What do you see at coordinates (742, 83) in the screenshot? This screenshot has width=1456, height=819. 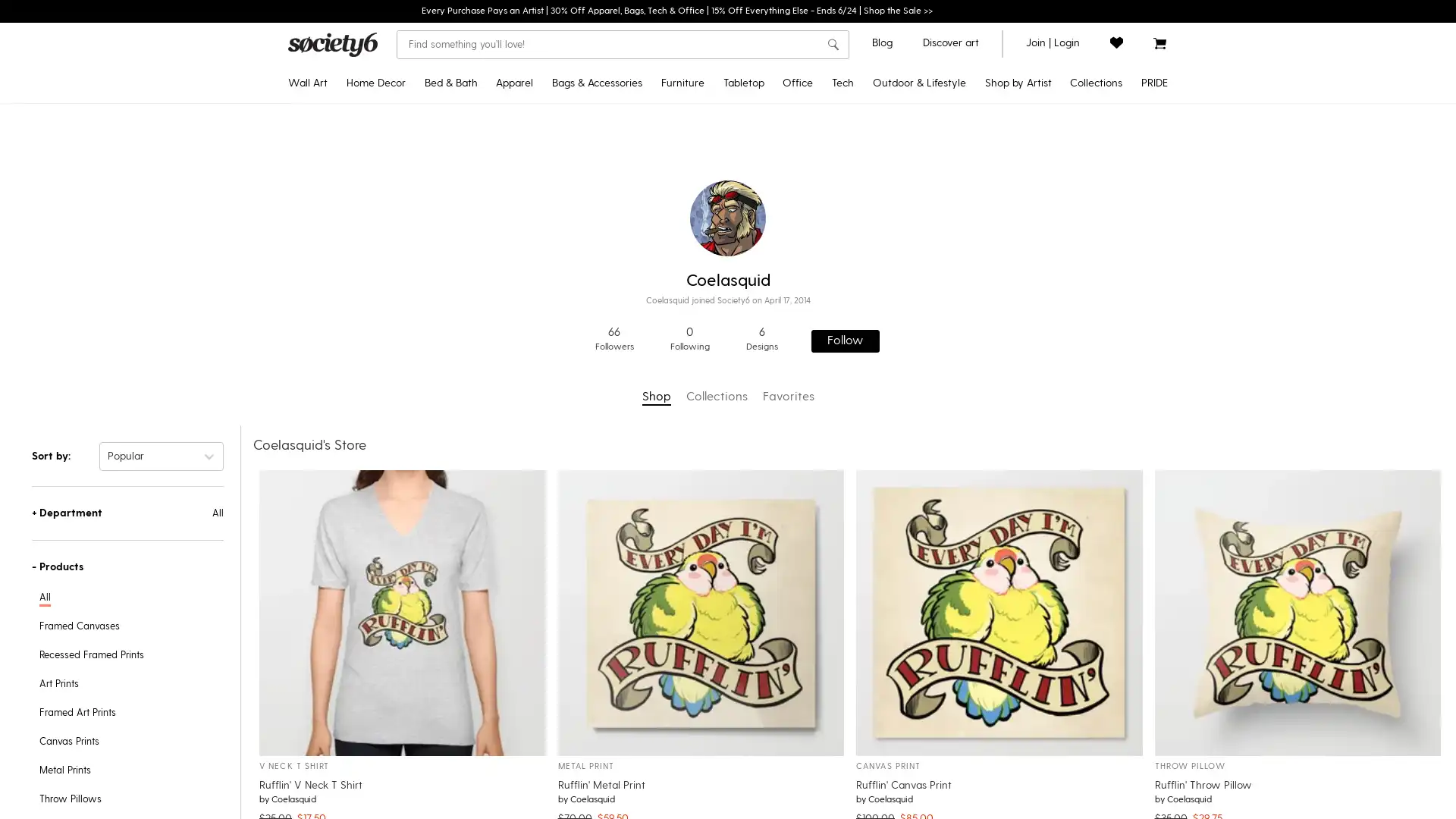 I see `Tabletop` at bounding box center [742, 83].